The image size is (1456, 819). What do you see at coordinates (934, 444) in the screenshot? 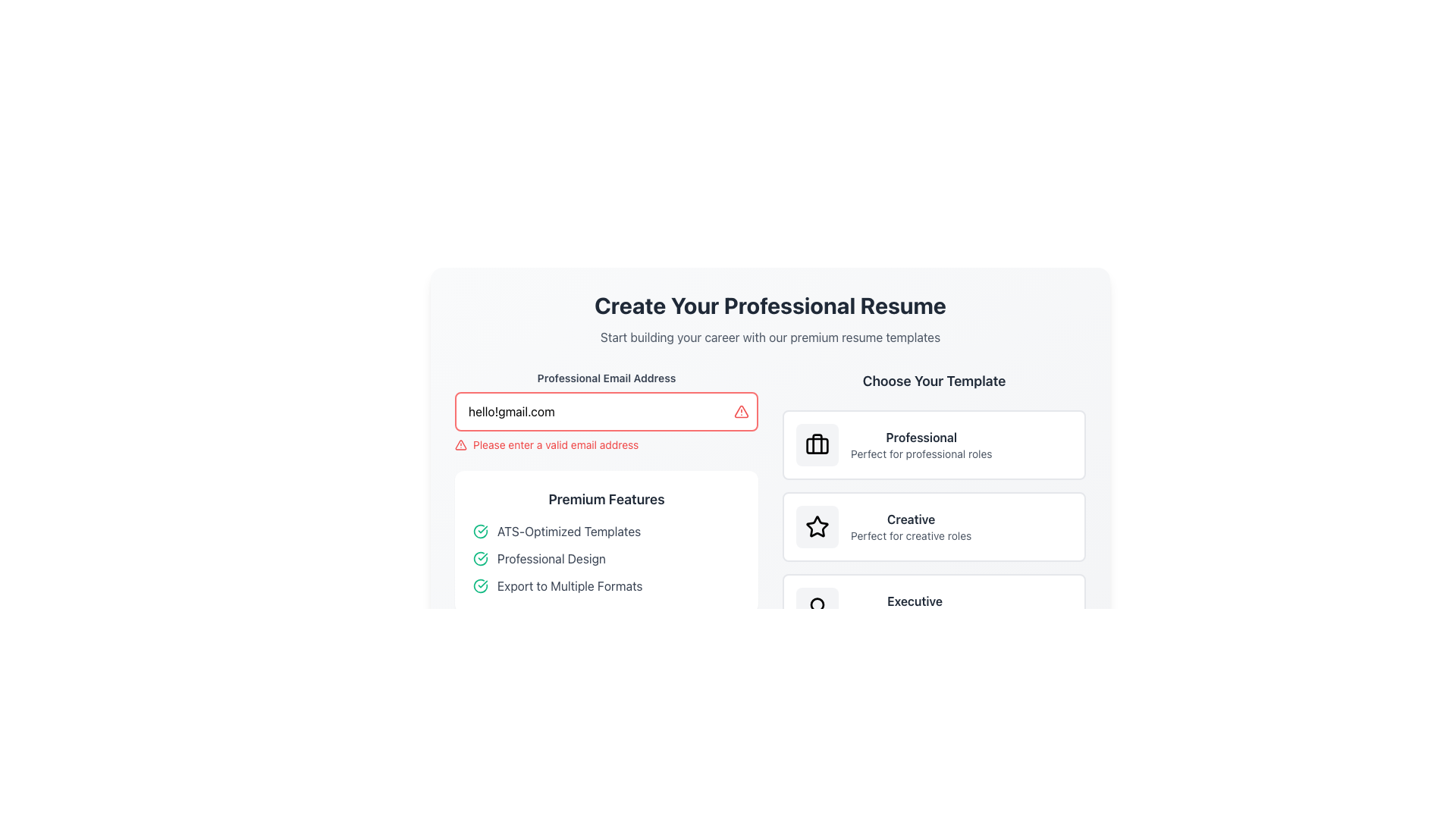
I see `the 'Professional' selectable card or button in the 'Choose Your Template' section` at bounding box center [934, 444].